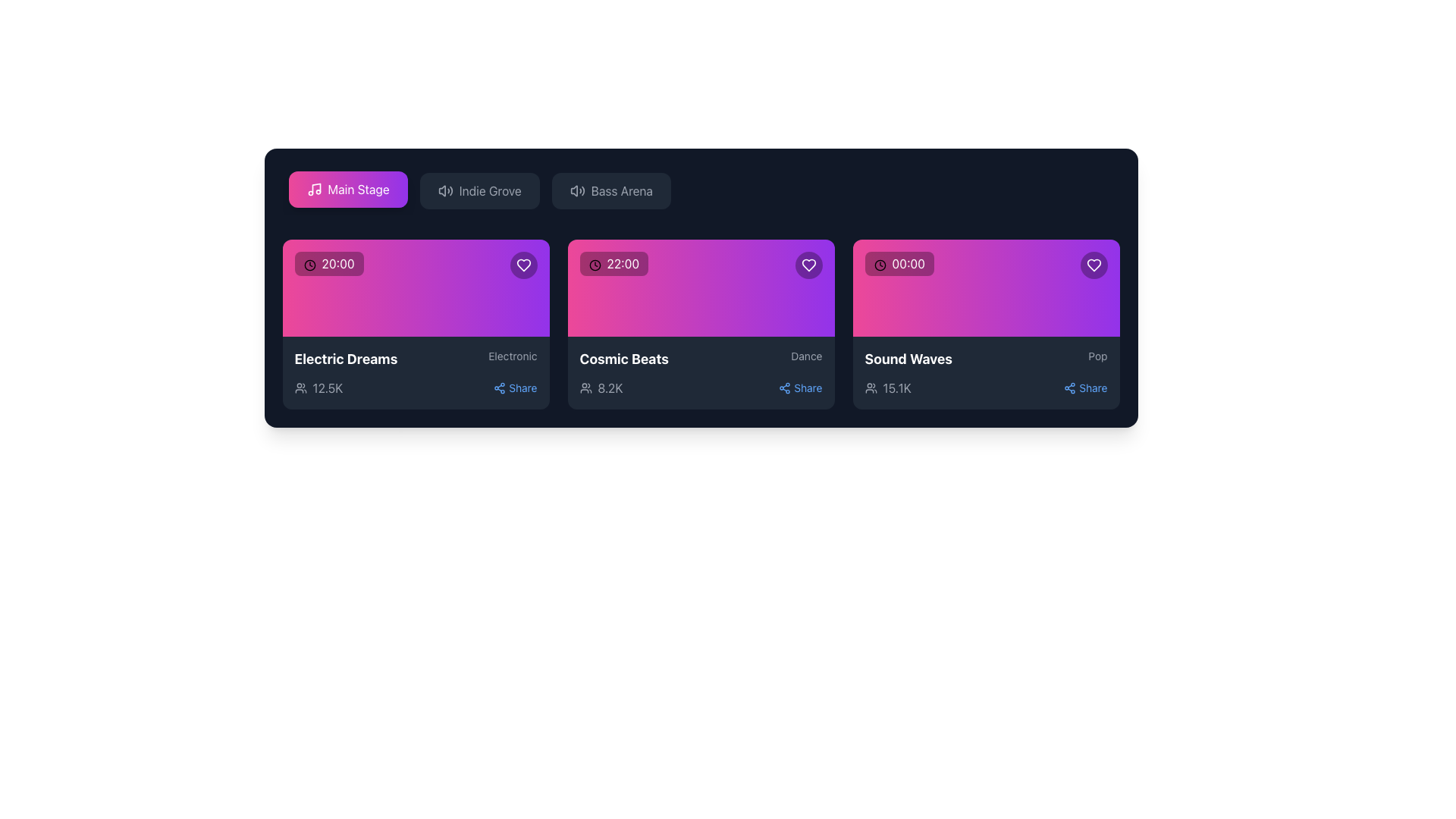  Describe the element at coordinates (522, 388) in the screenshot. I see `the 'Share' text label located at the bottom right corner of the first card` at that location.